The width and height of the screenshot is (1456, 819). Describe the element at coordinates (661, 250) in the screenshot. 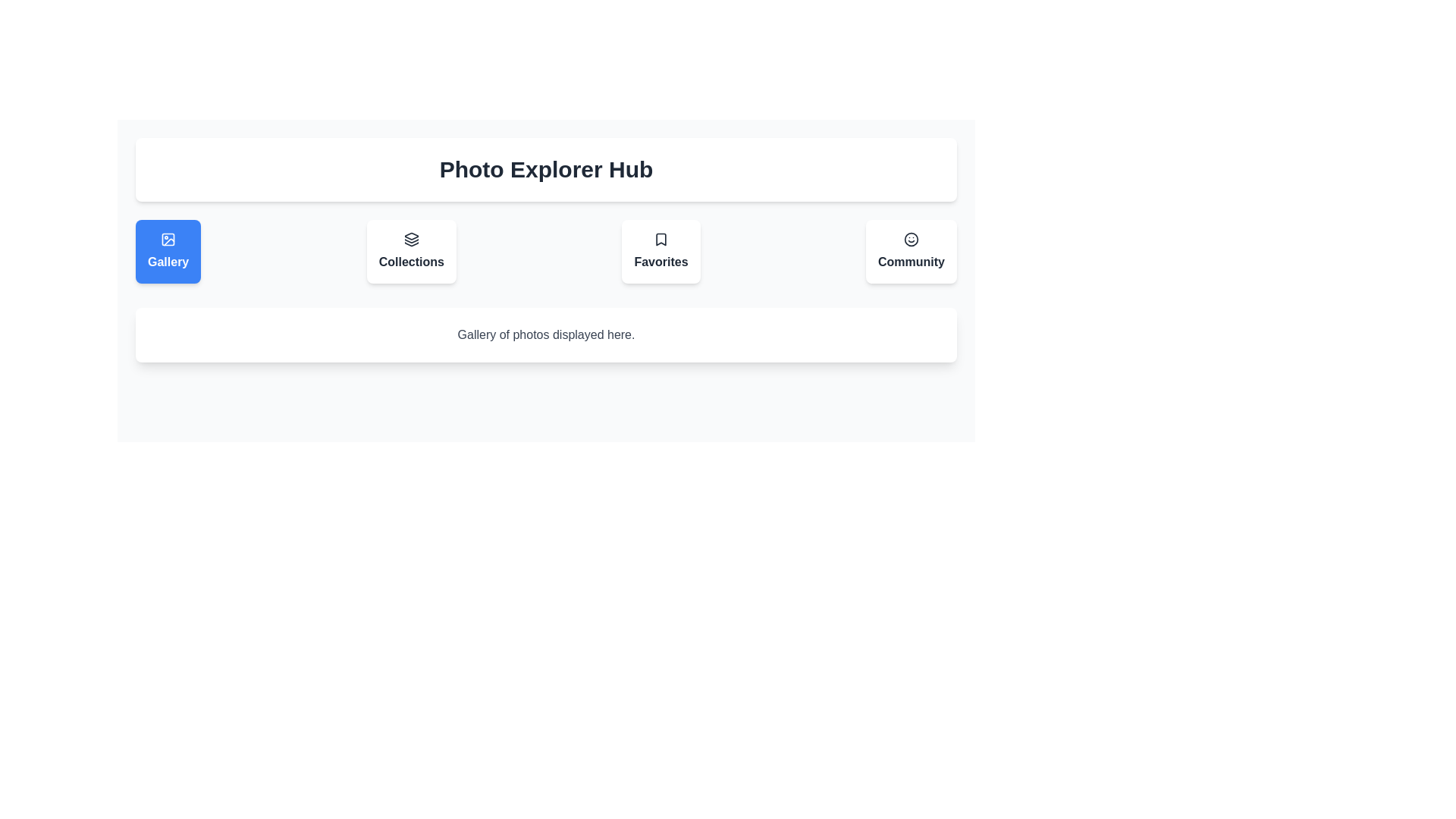

I see `the 'Favorites' button located in the navigation bar, which displays a bookmark icon and the text 'Favorites'` at that location.